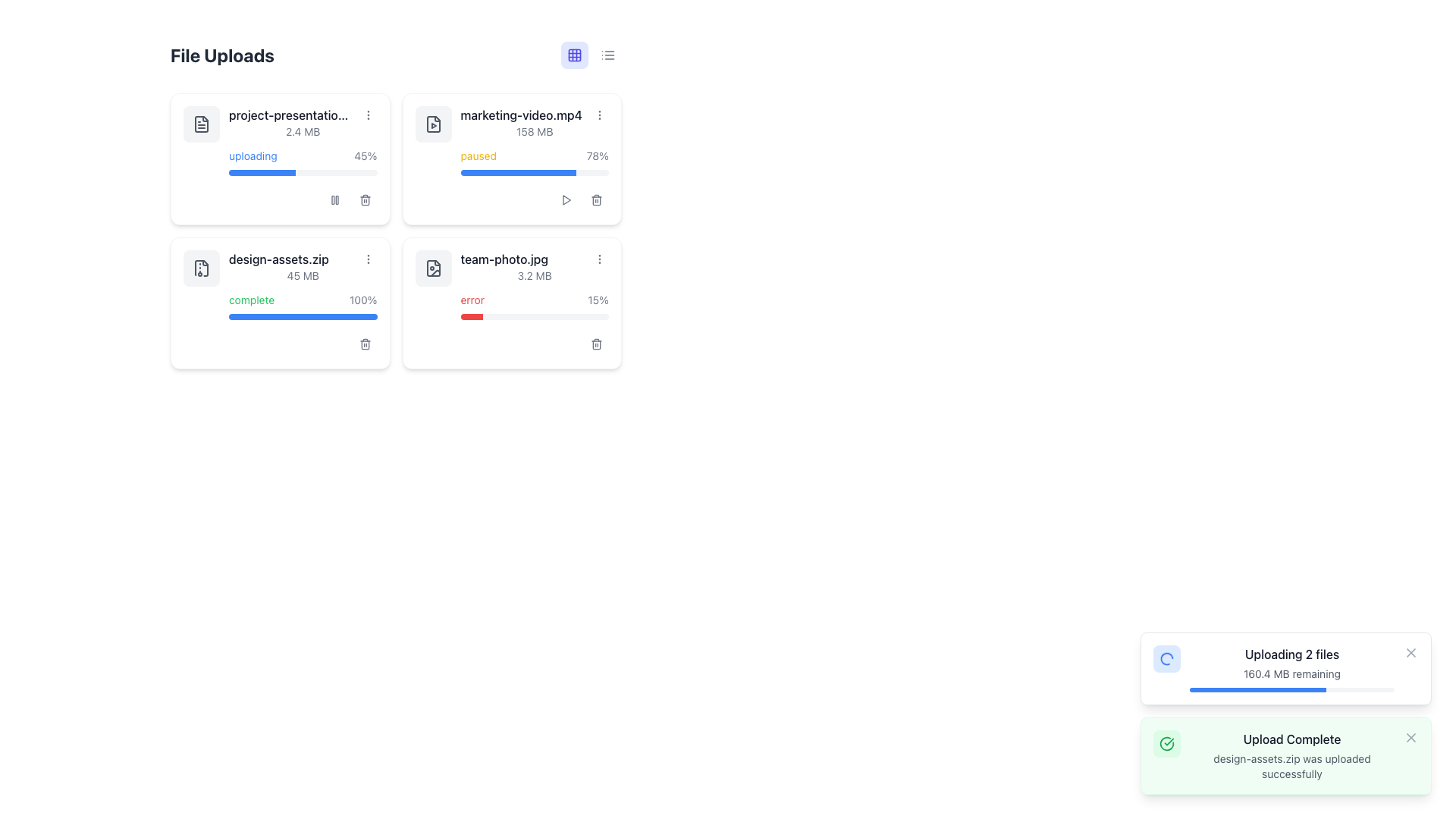 This screenshot has height=819, width=1456. What do you see at coordinates (1291, 739) in the screenshot?
I see `the static text element displaying 'Upload Complete' in the lower right corner of the interface` at bounding box center [1291, 739].